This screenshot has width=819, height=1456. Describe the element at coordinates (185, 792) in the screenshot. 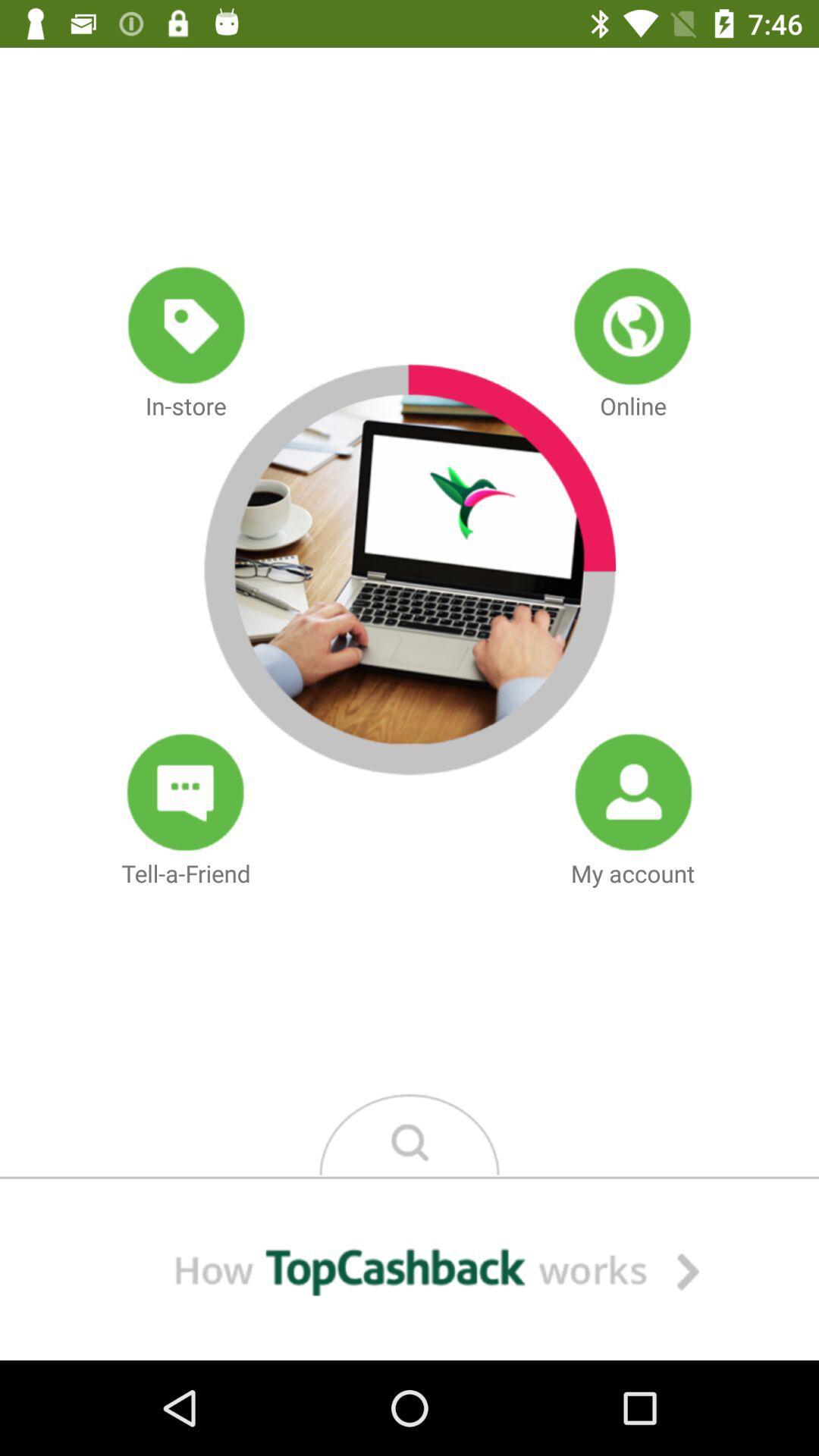

I see `the chat icon` at that location.